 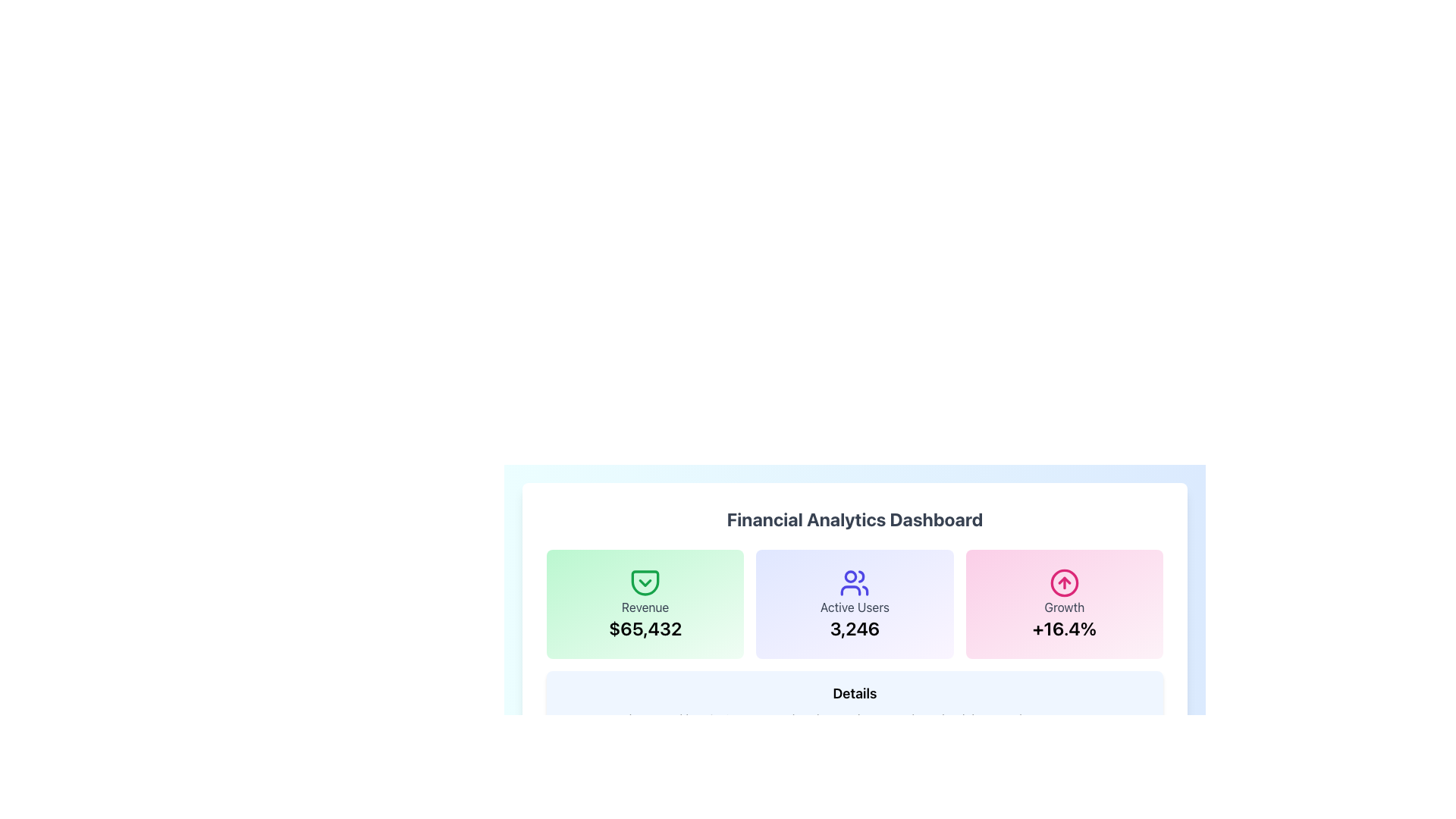 What do you see at coordinates (1063, 629) in the screenshot?
I see `the text displaying the growth percentage located at the bottom center of the pink card labeled 'Growth', beneath the upward arrow icon` at bounding box center [1063, 629].